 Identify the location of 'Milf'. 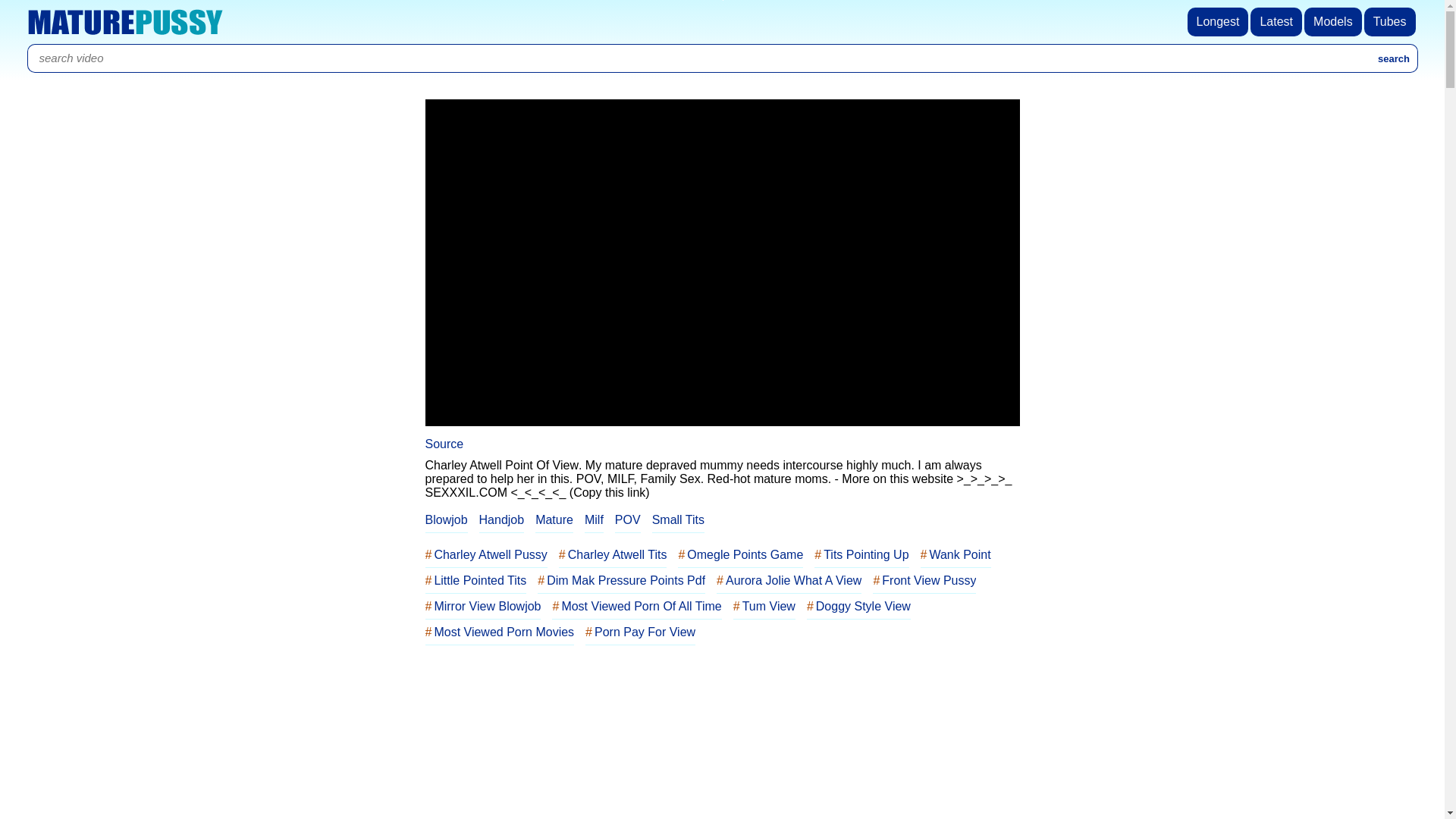
(584, 519).